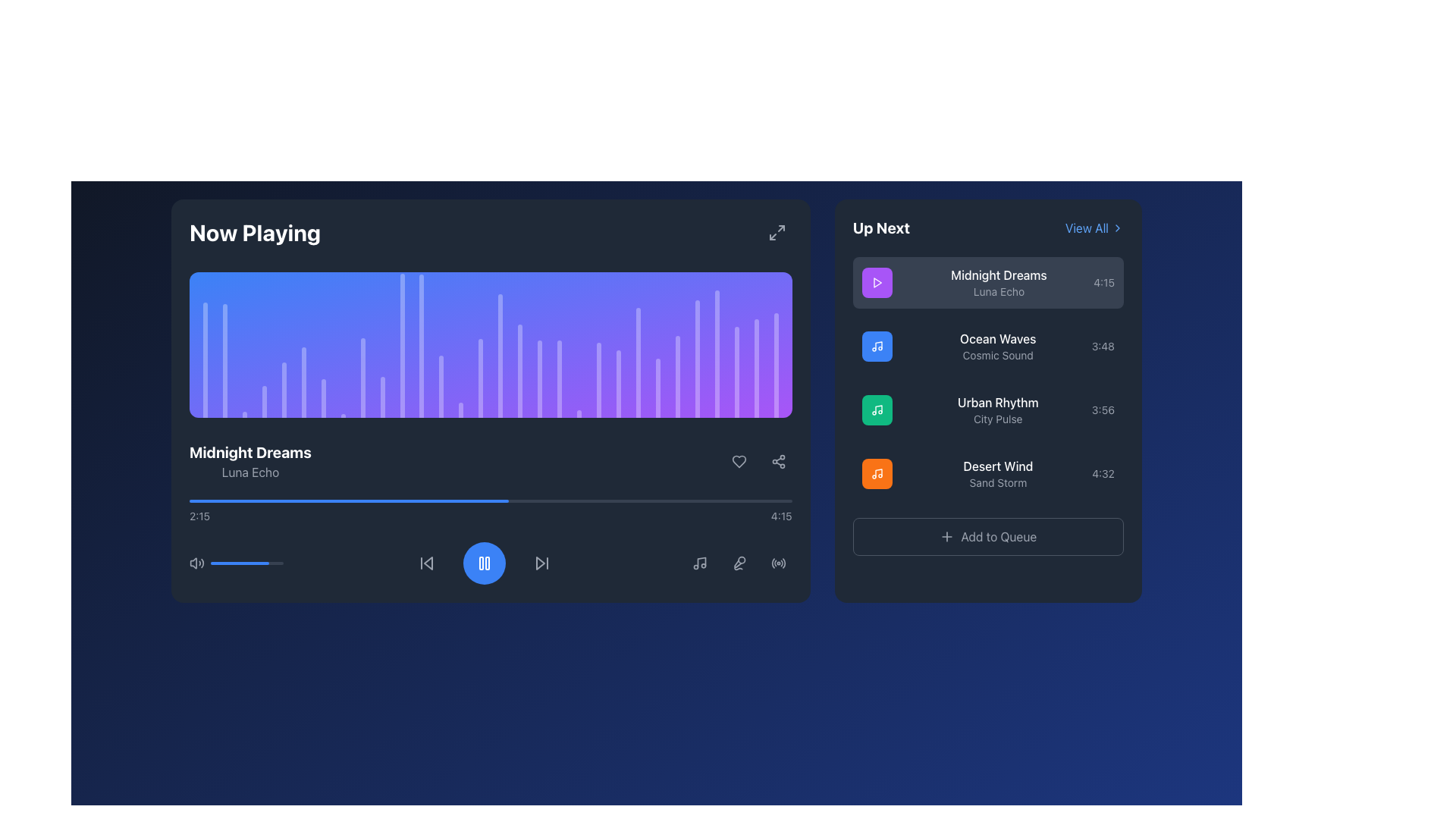  What do you see at coordinates (999, 275) in the screenshot?
I see `the text label 'Midnight Dreams' which is styled in white color and medium font weight, positioned above 'Luna Echo' within the 'Up Next' section` at bounding box center [999, 275].